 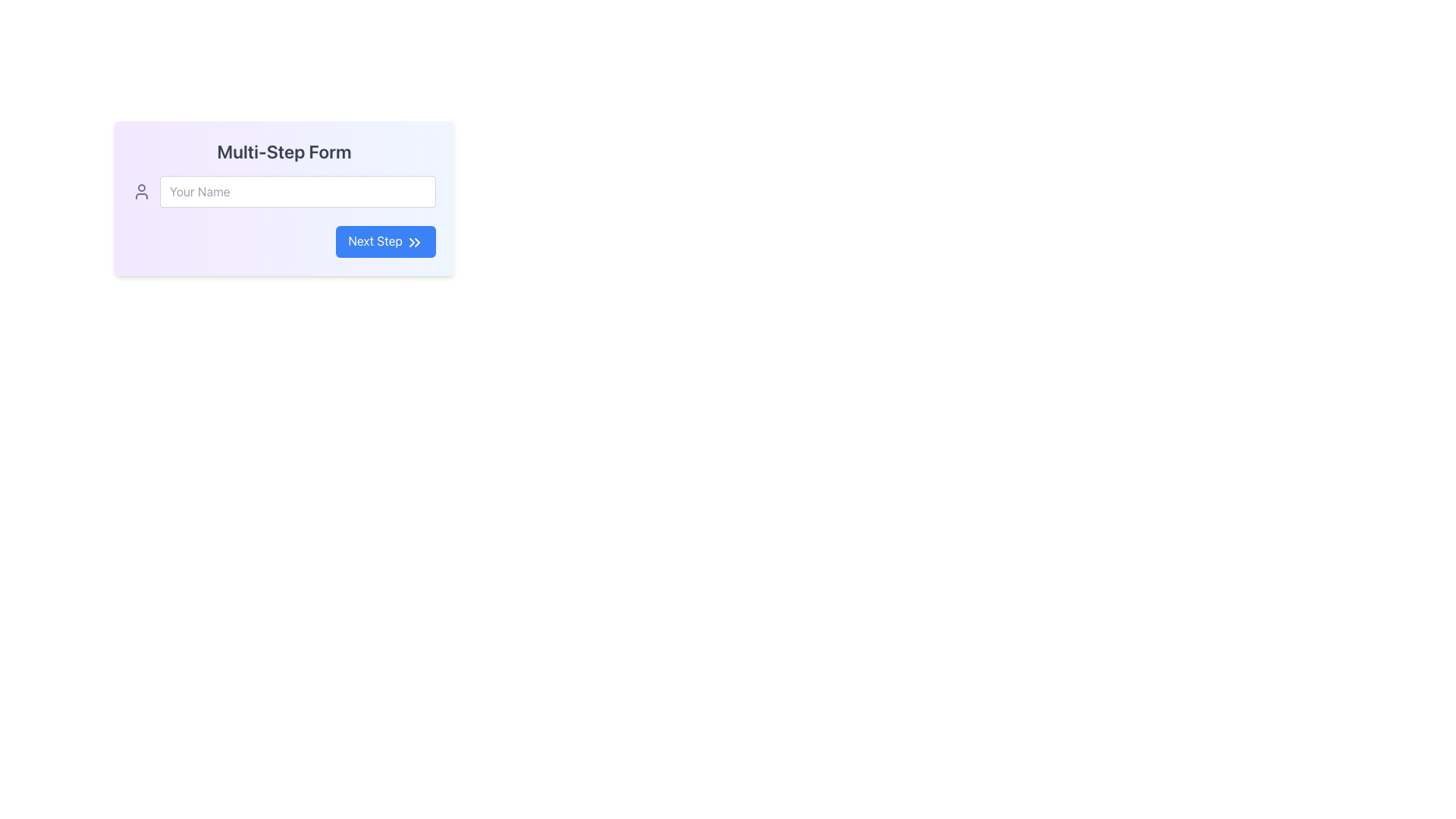 What do you see at coordinates (415, 241) in the screenshot?
I see `the chevrons icon located on the right side of the 'Next Step' button to indicate progression to the next step` at bounding box center [415, 241].